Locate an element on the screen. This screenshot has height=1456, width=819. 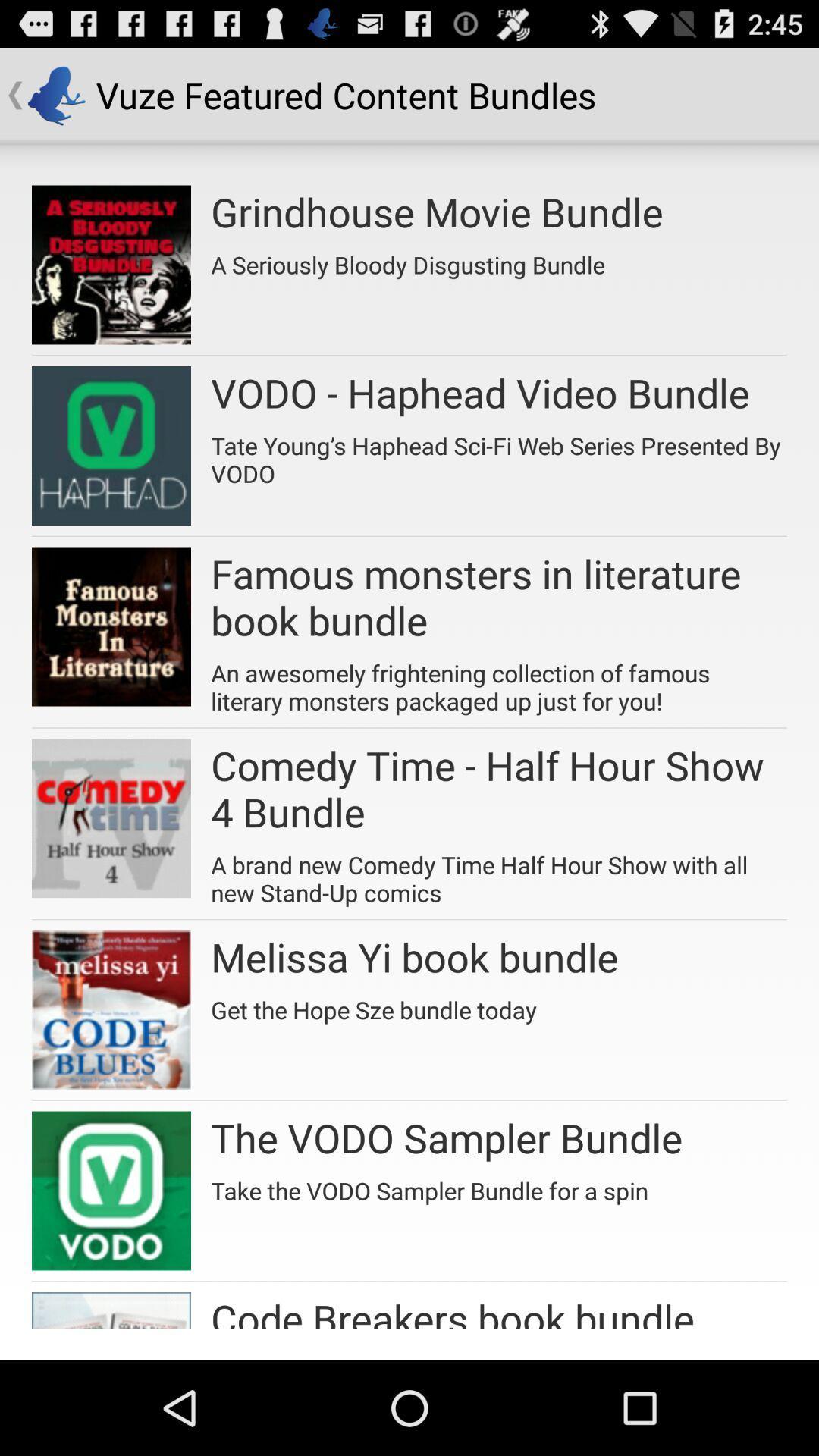
the image which is left side of the text vuze featured content bundles is located at coordinates (55, 94).